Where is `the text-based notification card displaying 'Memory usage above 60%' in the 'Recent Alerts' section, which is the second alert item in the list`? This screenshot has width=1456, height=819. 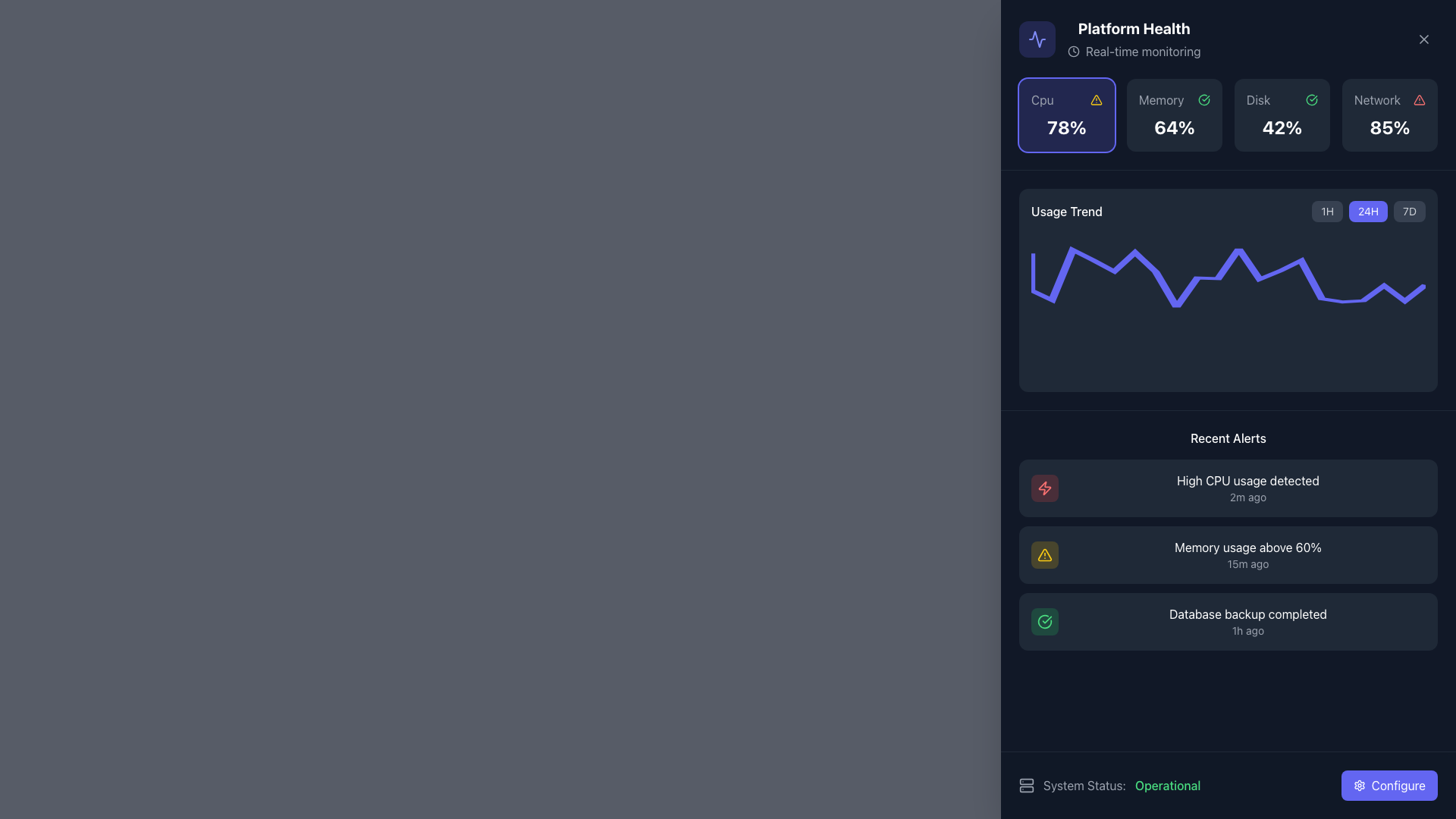 the text-based notification card displaying 'Memory usage above 60%' in the 'Recent Alerts' section, which is the second alert item in the list is located at coordinates (1248, 555).